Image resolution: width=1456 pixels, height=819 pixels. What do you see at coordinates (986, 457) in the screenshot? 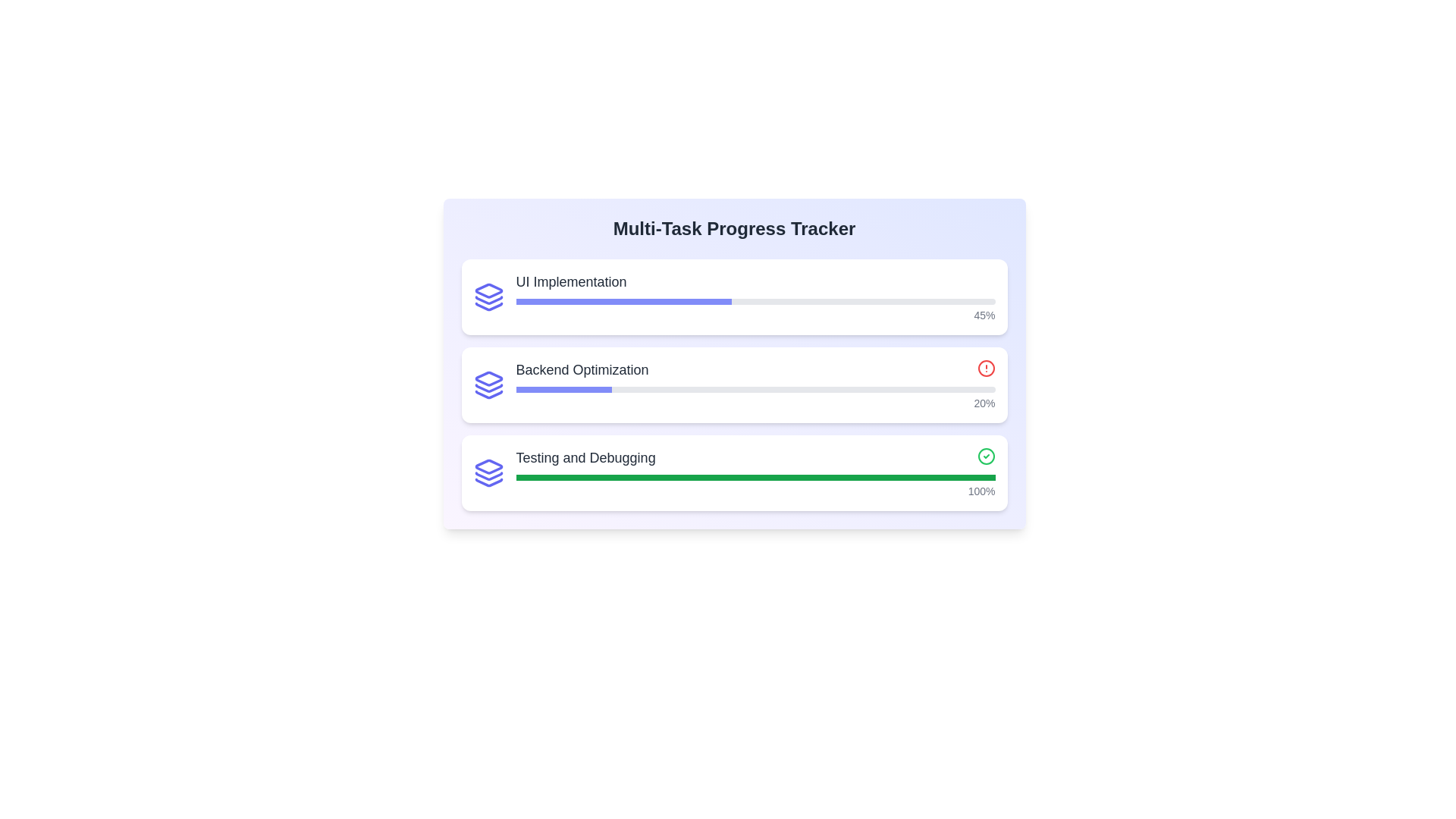
I see `the success icon indicating that the 'Testing and Debugging' task has been completed successfully, located to the far right in the progress tracker interface` at bounding box center [986, 457].